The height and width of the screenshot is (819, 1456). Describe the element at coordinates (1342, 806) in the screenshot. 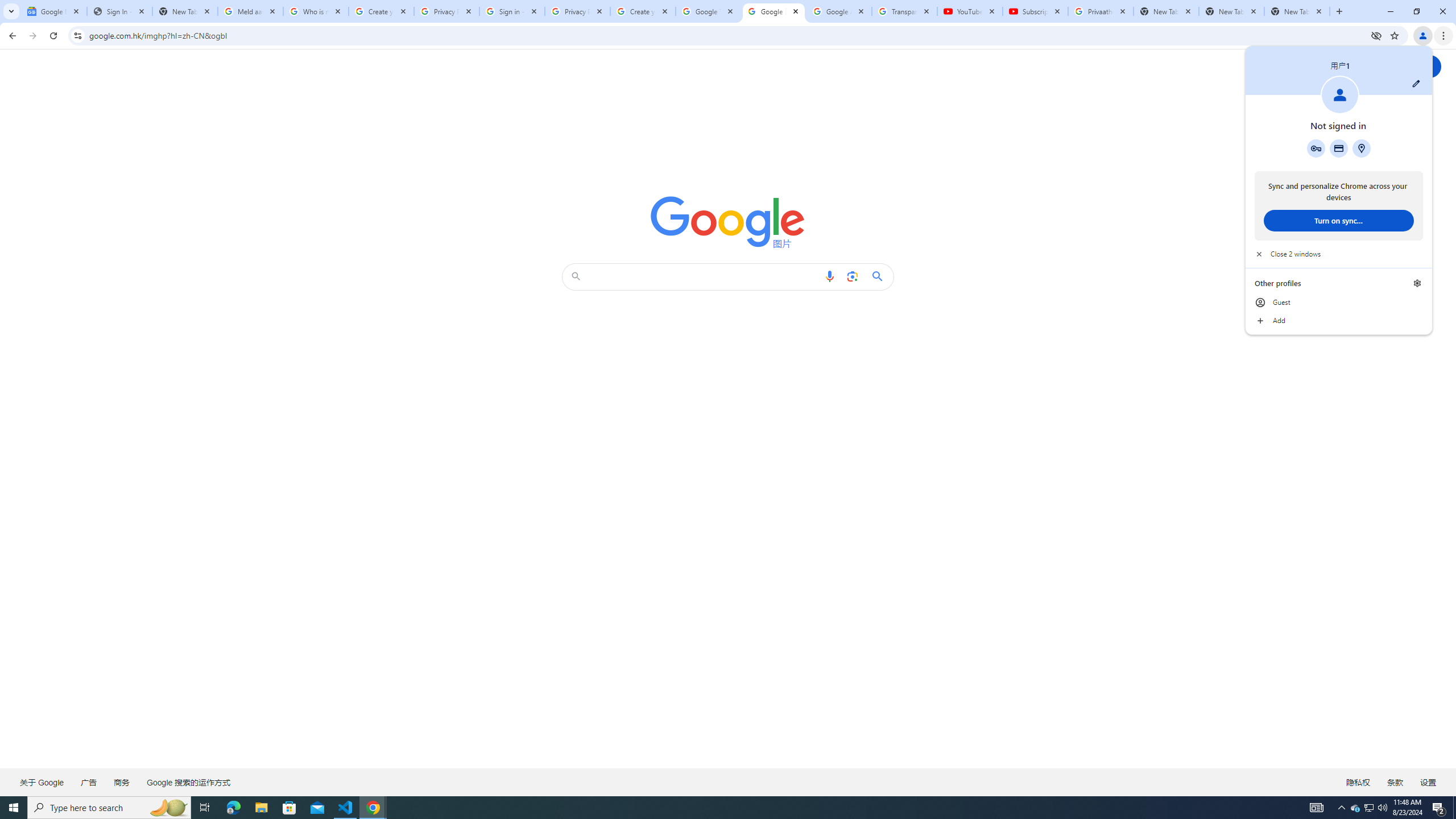

I see `'Notification Chevron'` at that location.